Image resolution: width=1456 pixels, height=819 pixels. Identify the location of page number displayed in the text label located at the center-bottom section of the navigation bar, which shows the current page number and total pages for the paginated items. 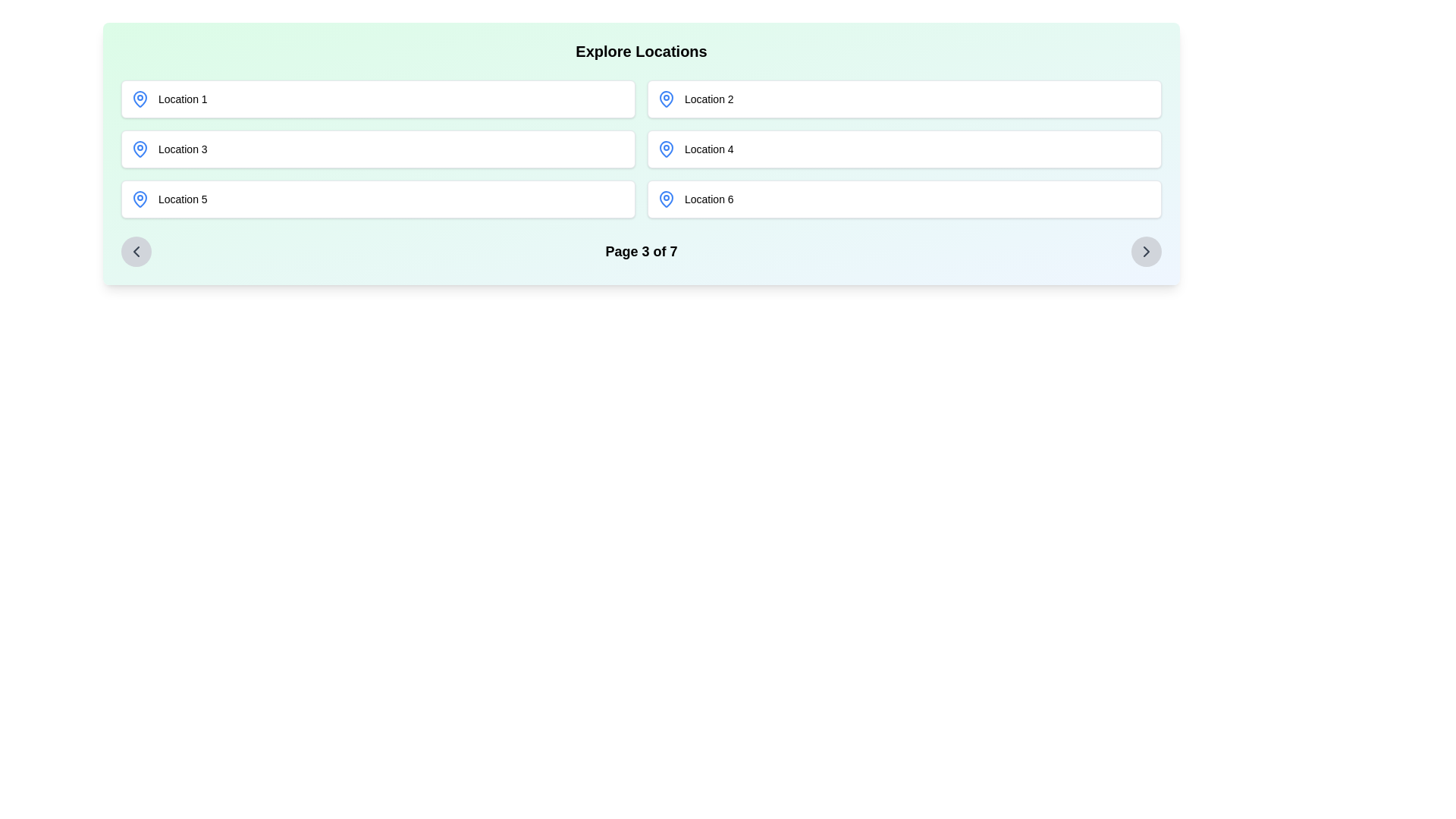
(641, 250).